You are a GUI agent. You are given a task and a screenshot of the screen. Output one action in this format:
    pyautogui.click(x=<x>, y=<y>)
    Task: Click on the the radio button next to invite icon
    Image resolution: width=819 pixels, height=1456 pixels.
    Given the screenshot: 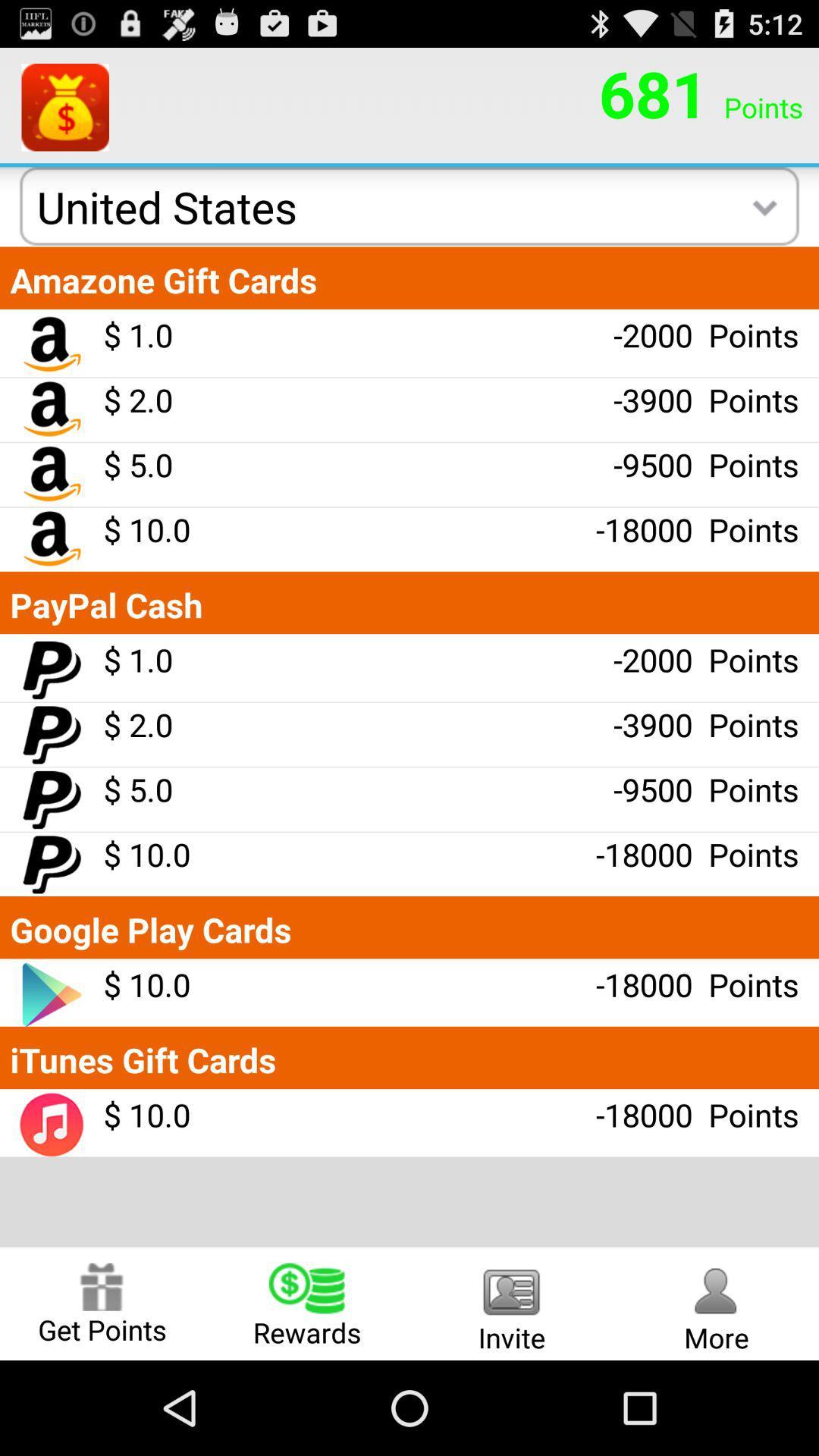 What is the action you would take?
    pyautogui.click(x=307, y=1303)
    